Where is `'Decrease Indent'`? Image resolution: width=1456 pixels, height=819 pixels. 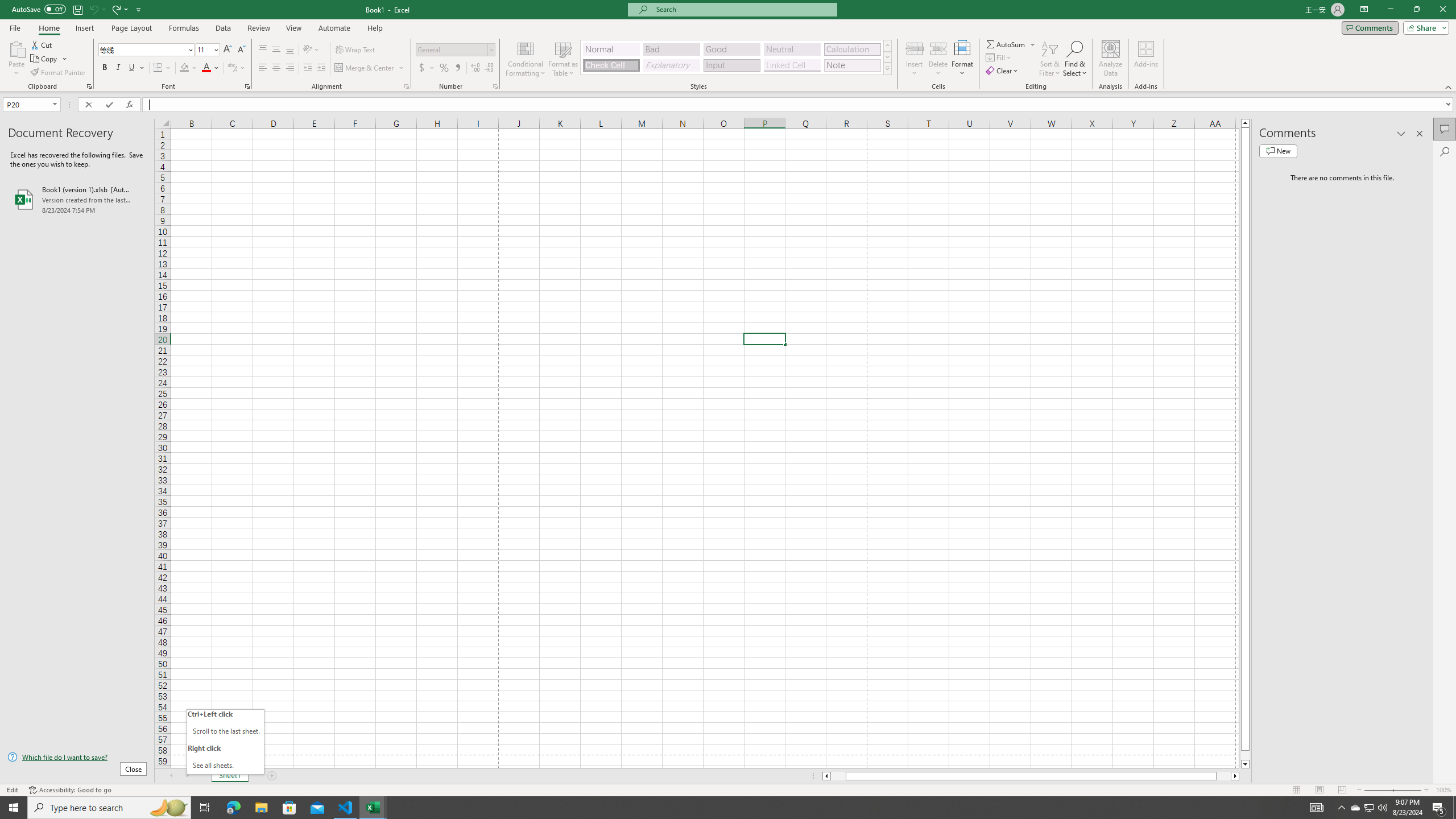 'Decrease Indent' is located at coordinates (308, 67).